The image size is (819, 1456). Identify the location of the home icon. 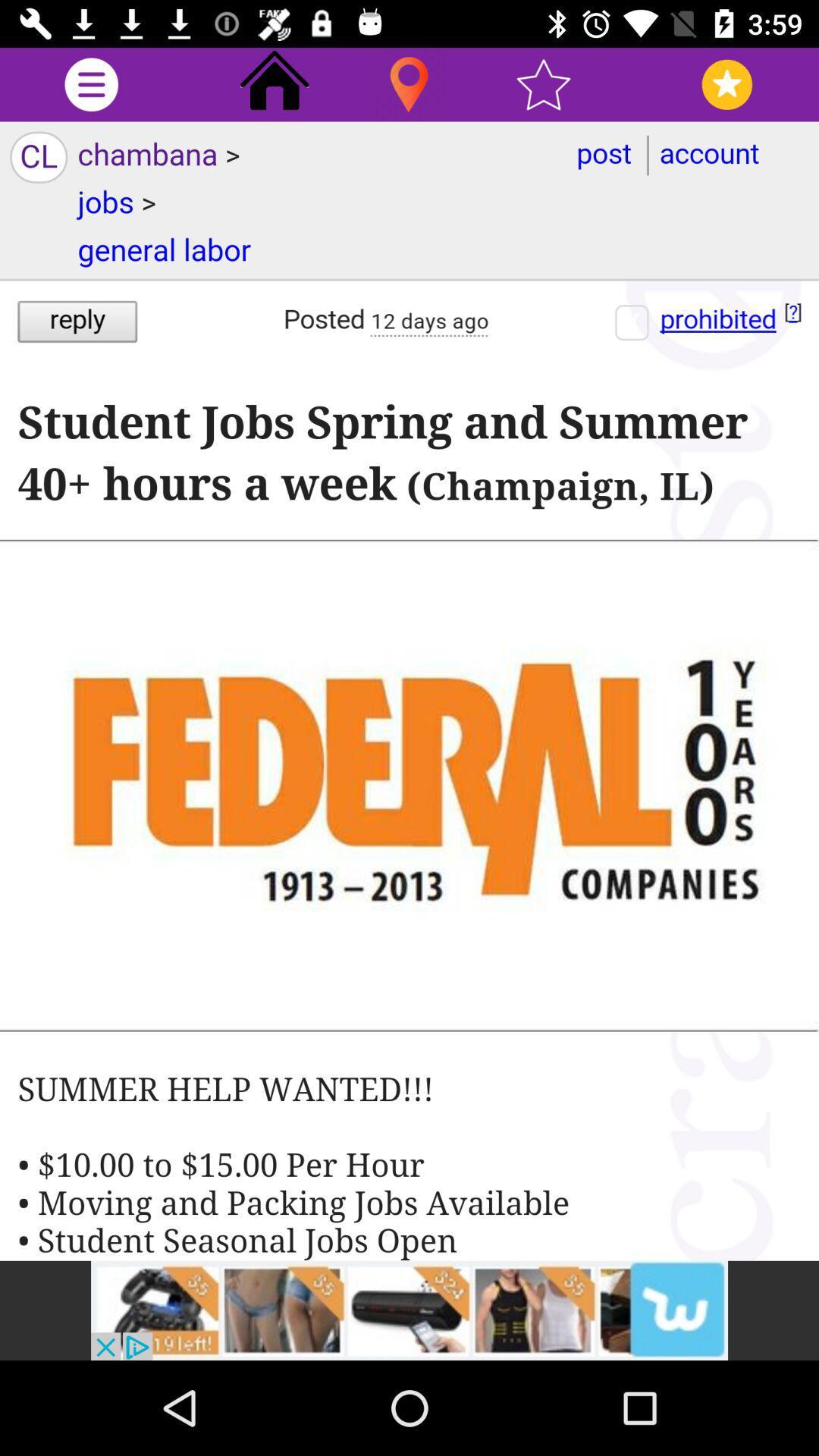
(275, 83).